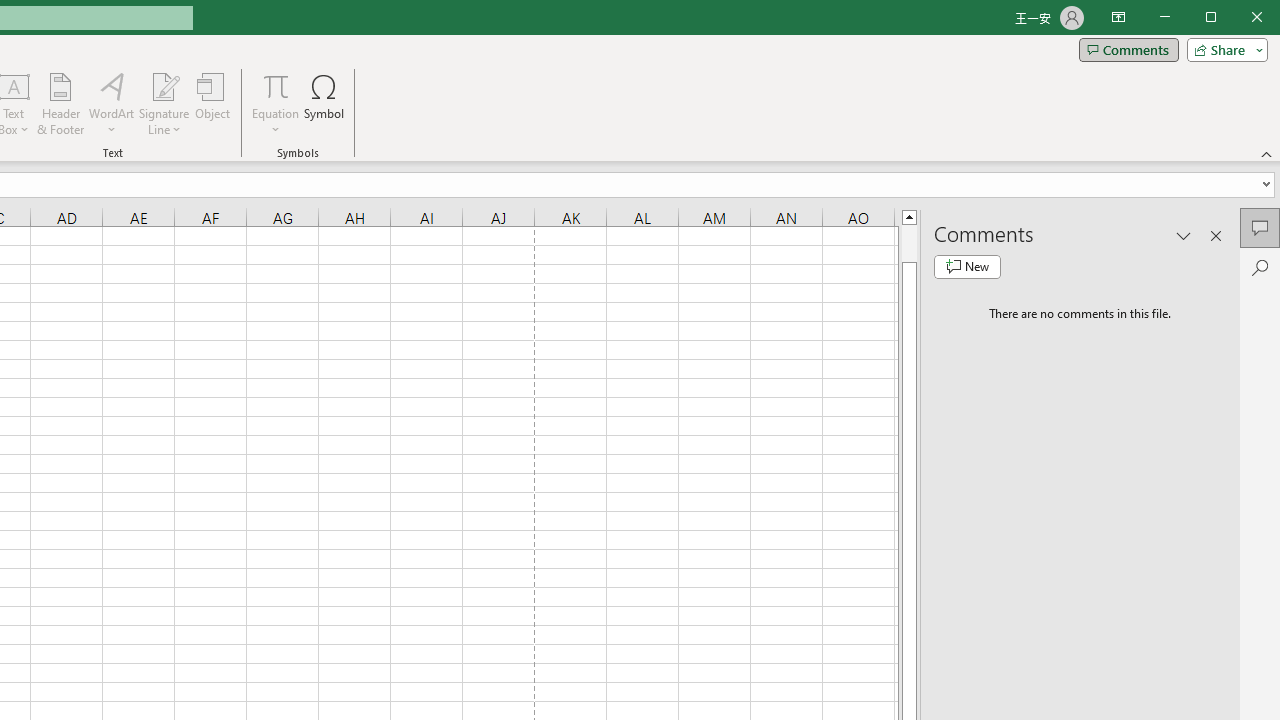 Image resolution: width=1280 pixels, height=720 pixels. I want to click on 'Line up', so click(908, 216).